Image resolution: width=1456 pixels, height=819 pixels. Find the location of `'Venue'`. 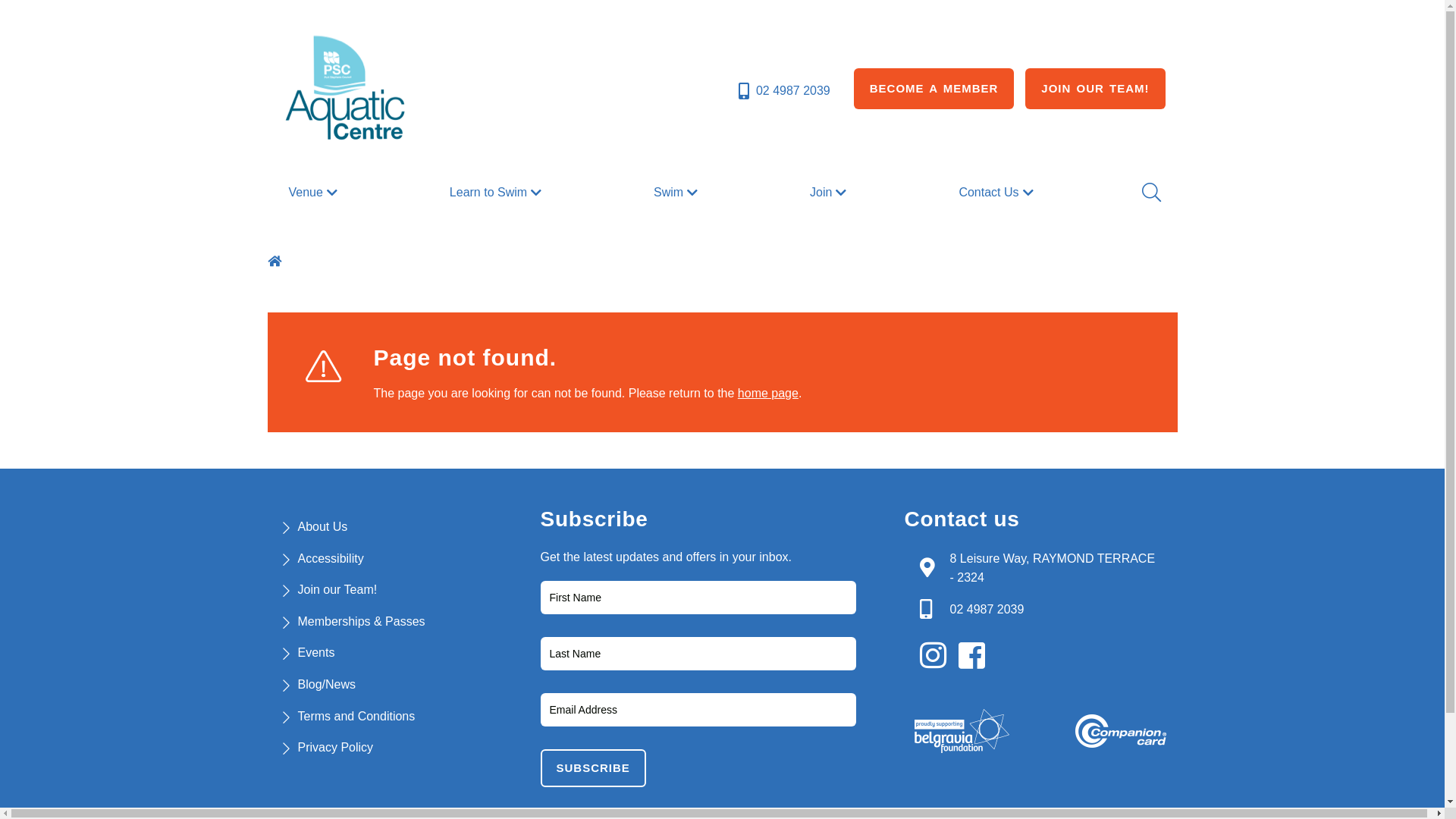

'Venue' is located at coordinates (313, 192).